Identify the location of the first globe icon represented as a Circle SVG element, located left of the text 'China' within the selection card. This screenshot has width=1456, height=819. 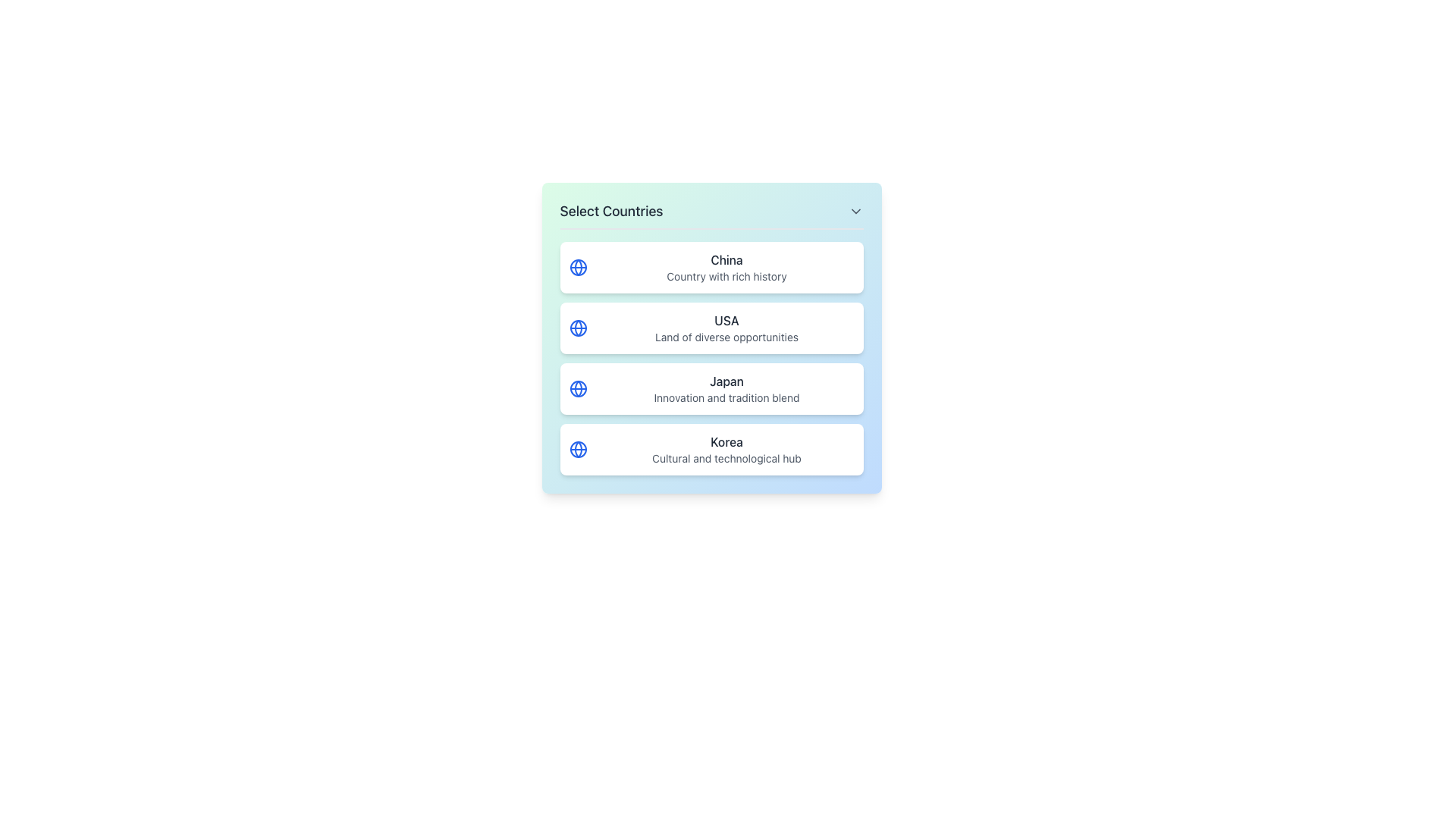
(577, 267).